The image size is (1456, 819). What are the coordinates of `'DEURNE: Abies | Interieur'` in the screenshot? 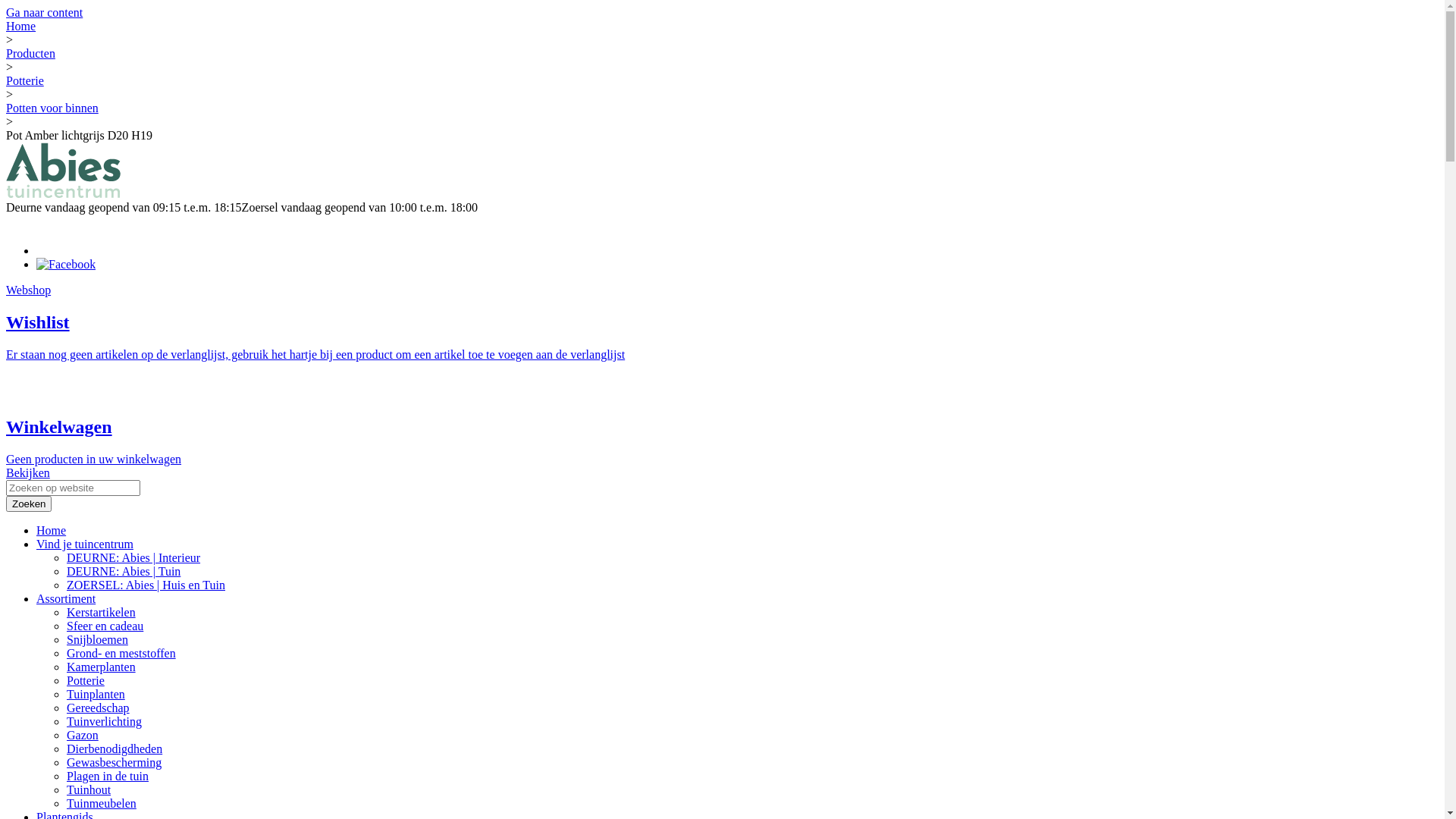 It's located at (133, 557).